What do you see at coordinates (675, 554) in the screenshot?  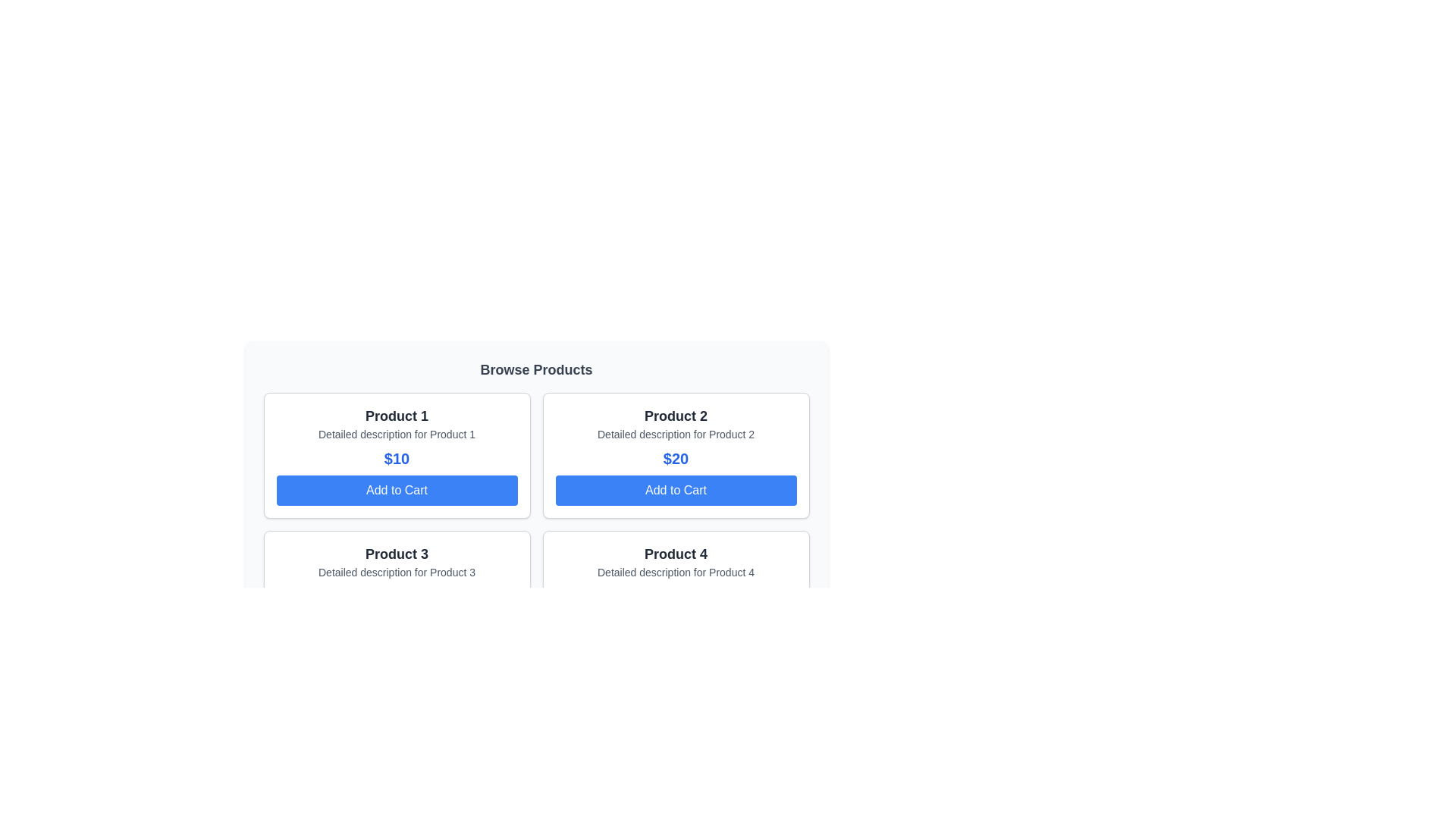 I see `title text label 'Product 4' located at the center of the product card in the bottom-right corner of the grid layout` at bounding box center [675, 554].